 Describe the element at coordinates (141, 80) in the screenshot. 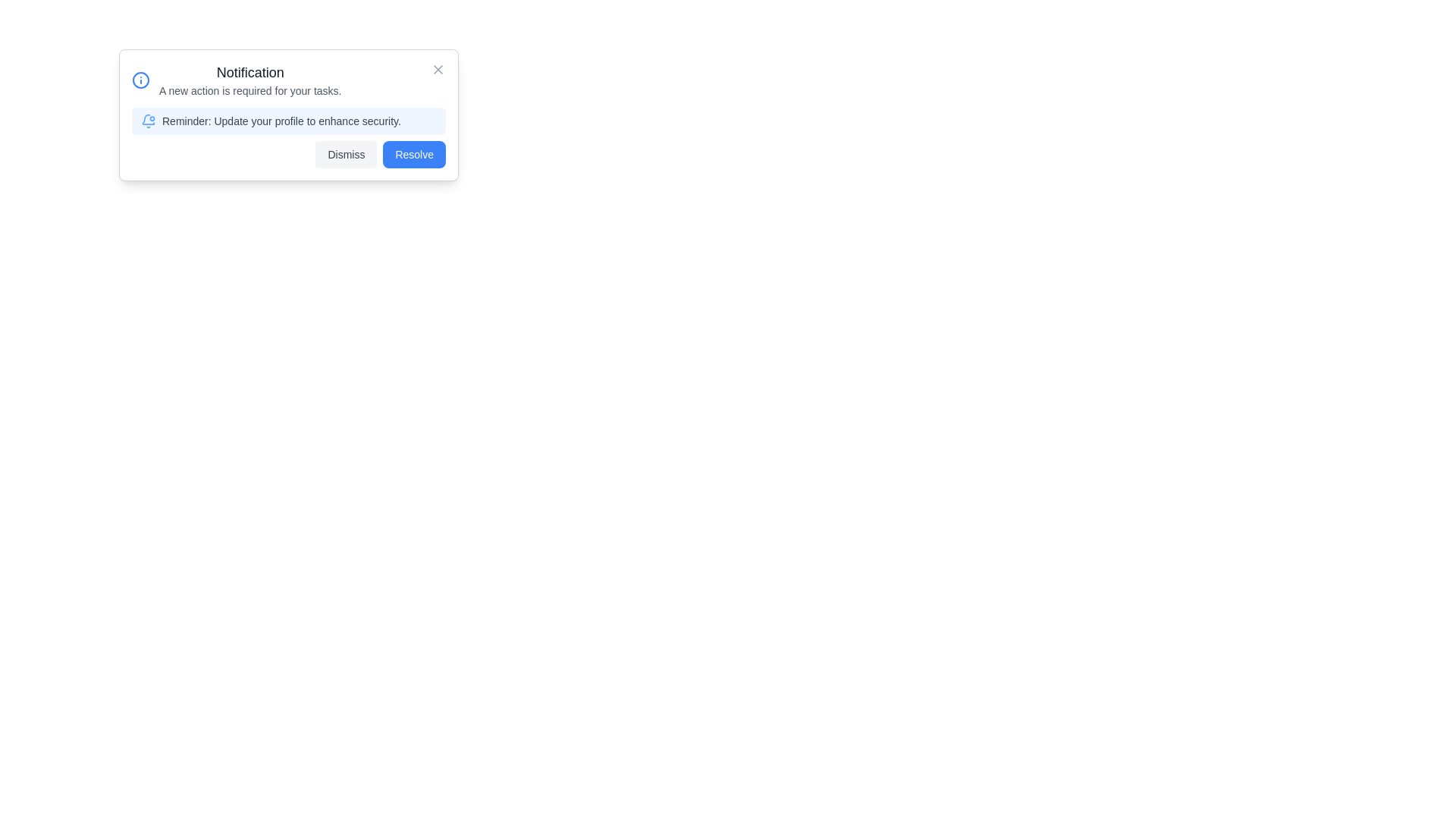

I see `the alert icon located at the top-left corner of the notification card, next to the 'Notification' title` at that location.